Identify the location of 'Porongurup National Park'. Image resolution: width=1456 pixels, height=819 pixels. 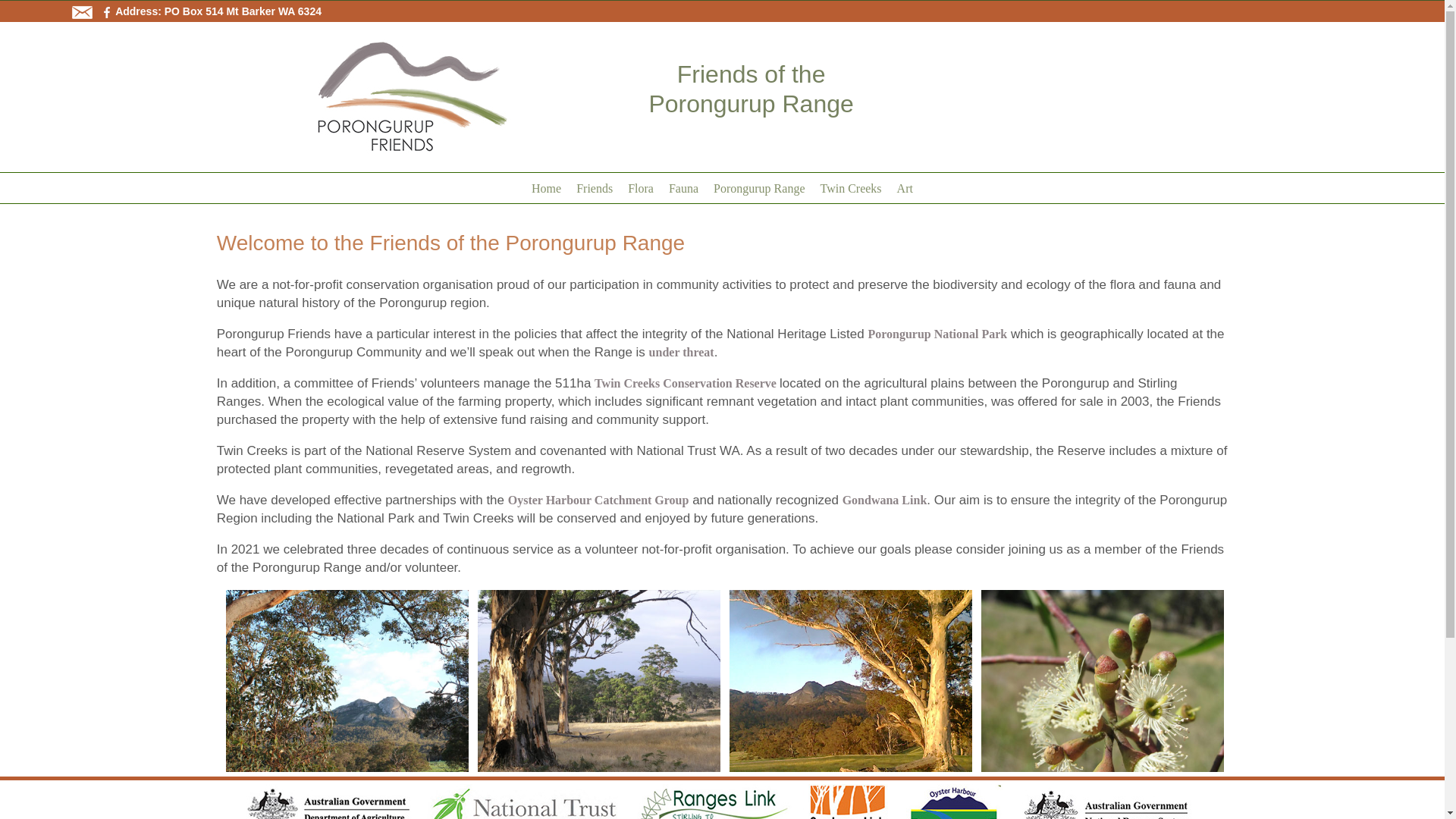
(937, 333).